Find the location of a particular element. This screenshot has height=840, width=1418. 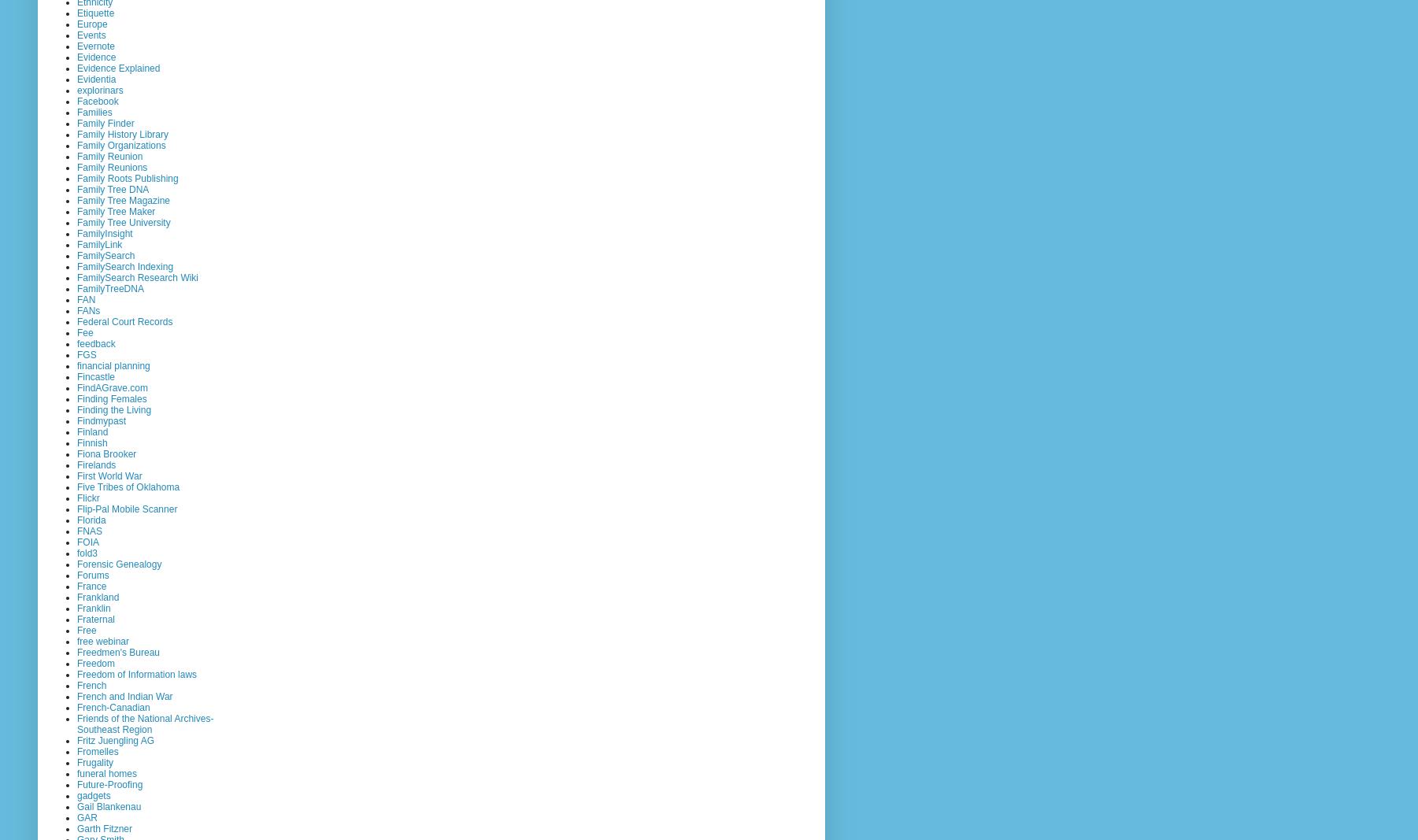

'Fromelles' is located at coordinates (98, 751).